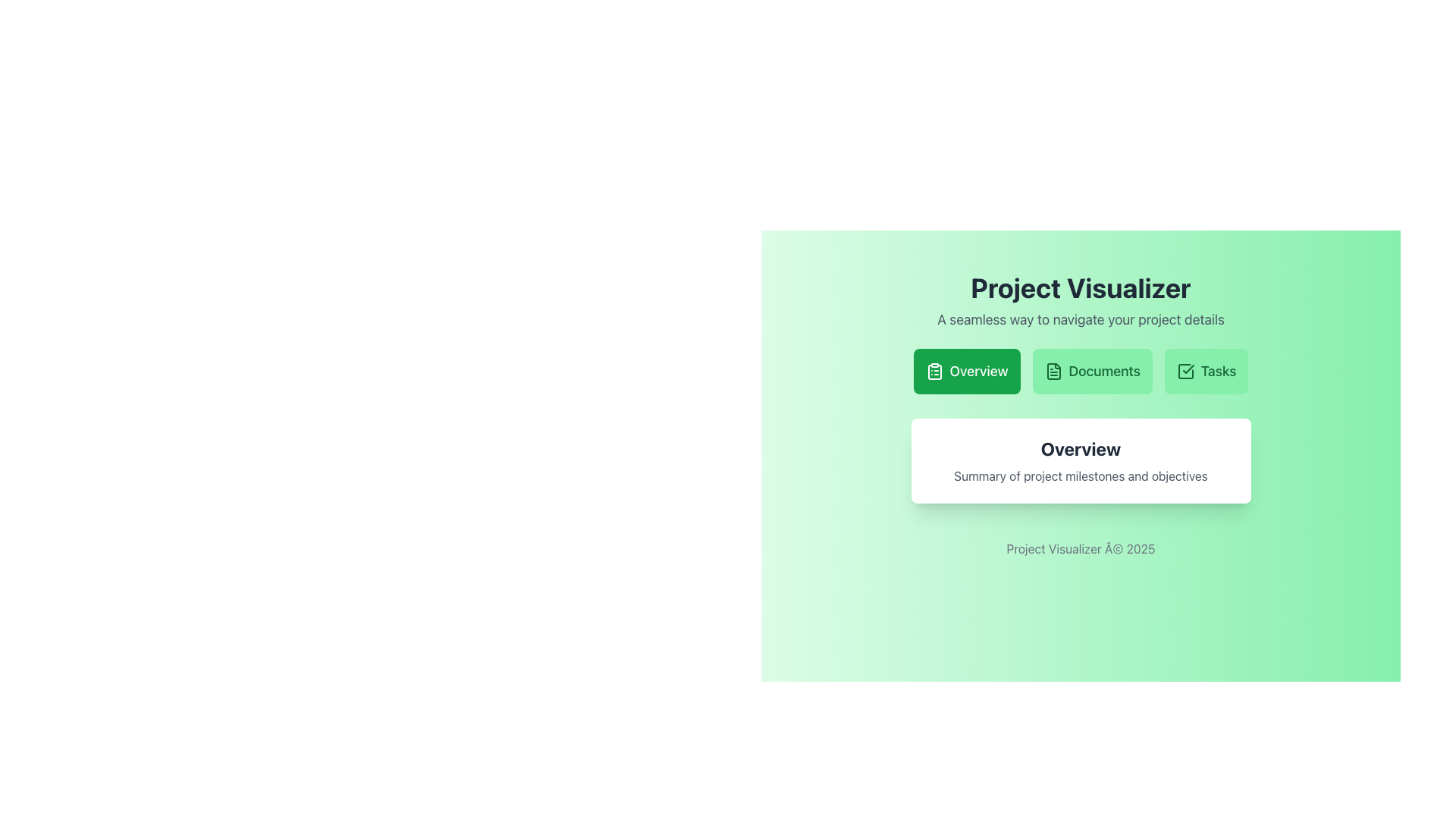  Describe the element at coordinates (1080, 447) in the screenshot. I see `the static text element that serves as the heading for the section, located on a light green background, positioned slightly below the header information` at that location.